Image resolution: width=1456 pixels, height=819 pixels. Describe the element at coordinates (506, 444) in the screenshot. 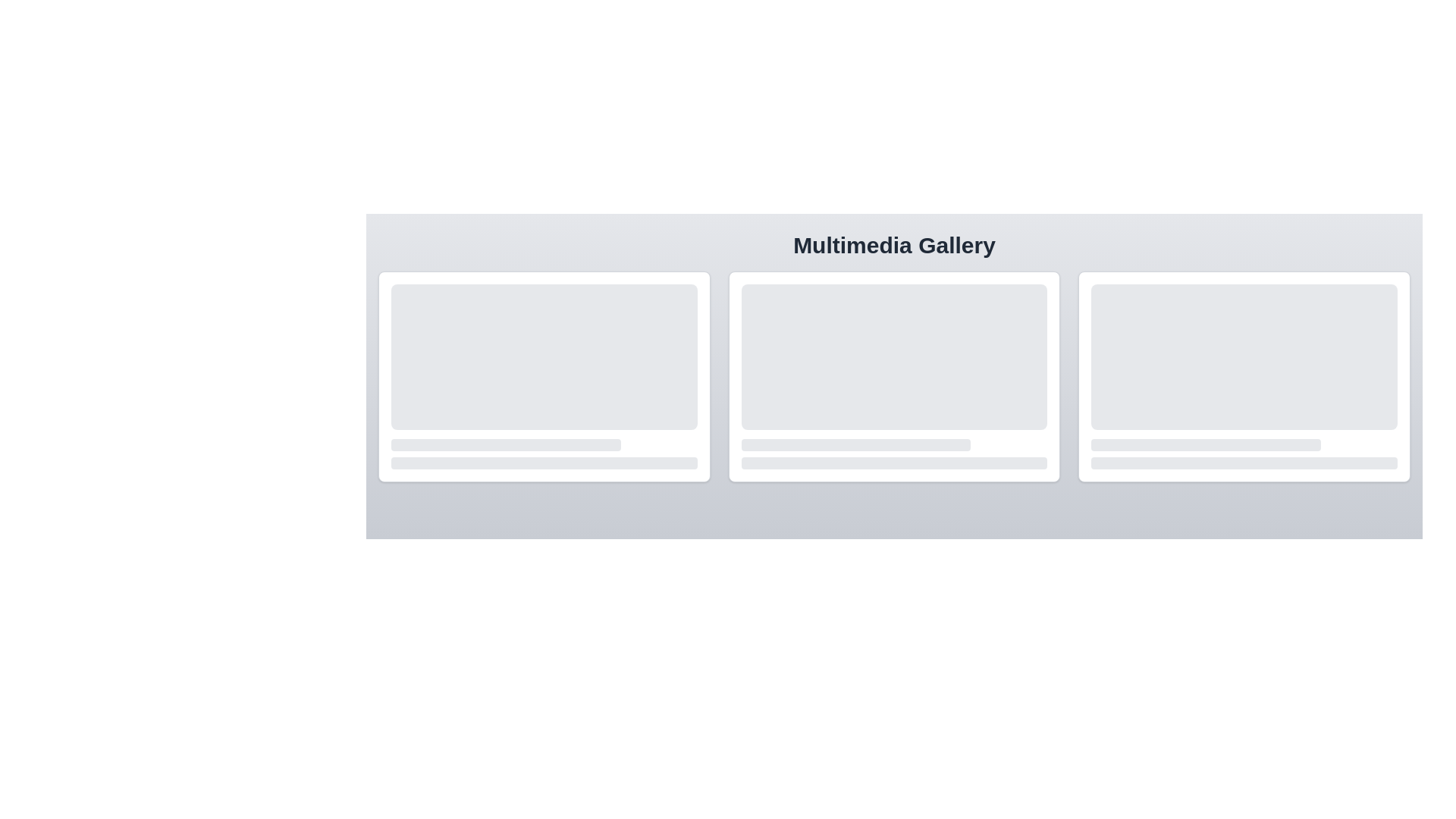

I see `the loading animation of the Placeholder content block located beneath the multimedia display in the first column of the layout` at that location.